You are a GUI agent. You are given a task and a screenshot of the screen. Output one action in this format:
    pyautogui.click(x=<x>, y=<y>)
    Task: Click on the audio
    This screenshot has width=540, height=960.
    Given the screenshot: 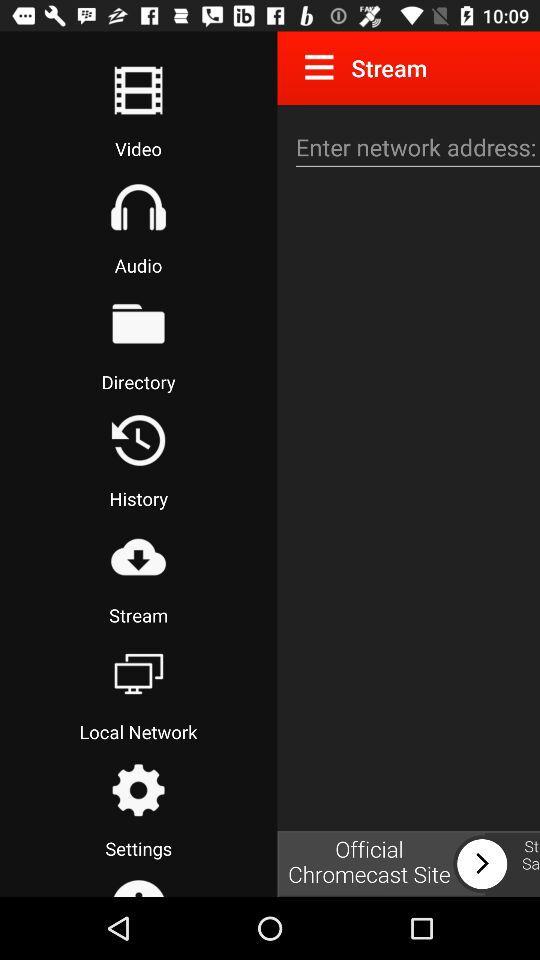 What is the action you would take?
    pyautogui.click(x=137, y=207)
    